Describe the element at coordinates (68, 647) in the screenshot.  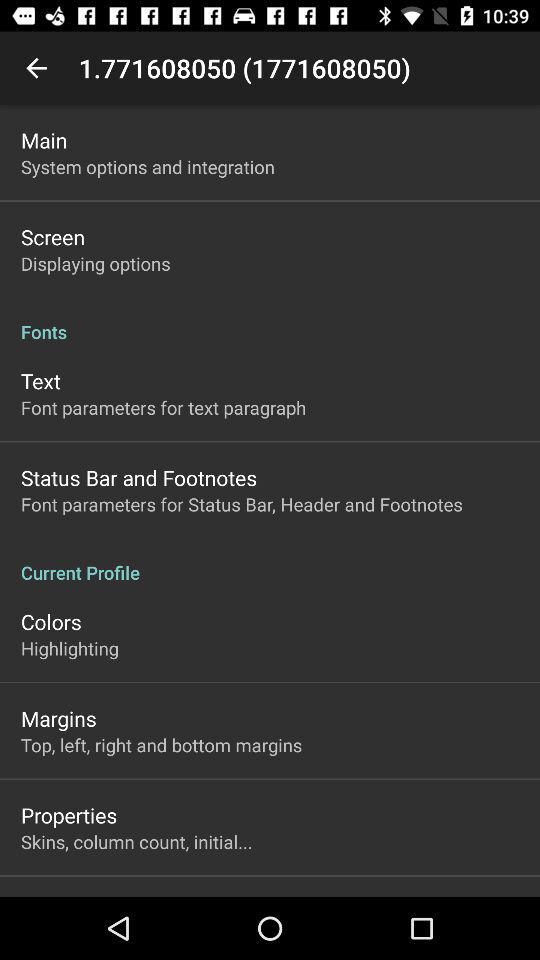
I see `app below the colors` at that location.